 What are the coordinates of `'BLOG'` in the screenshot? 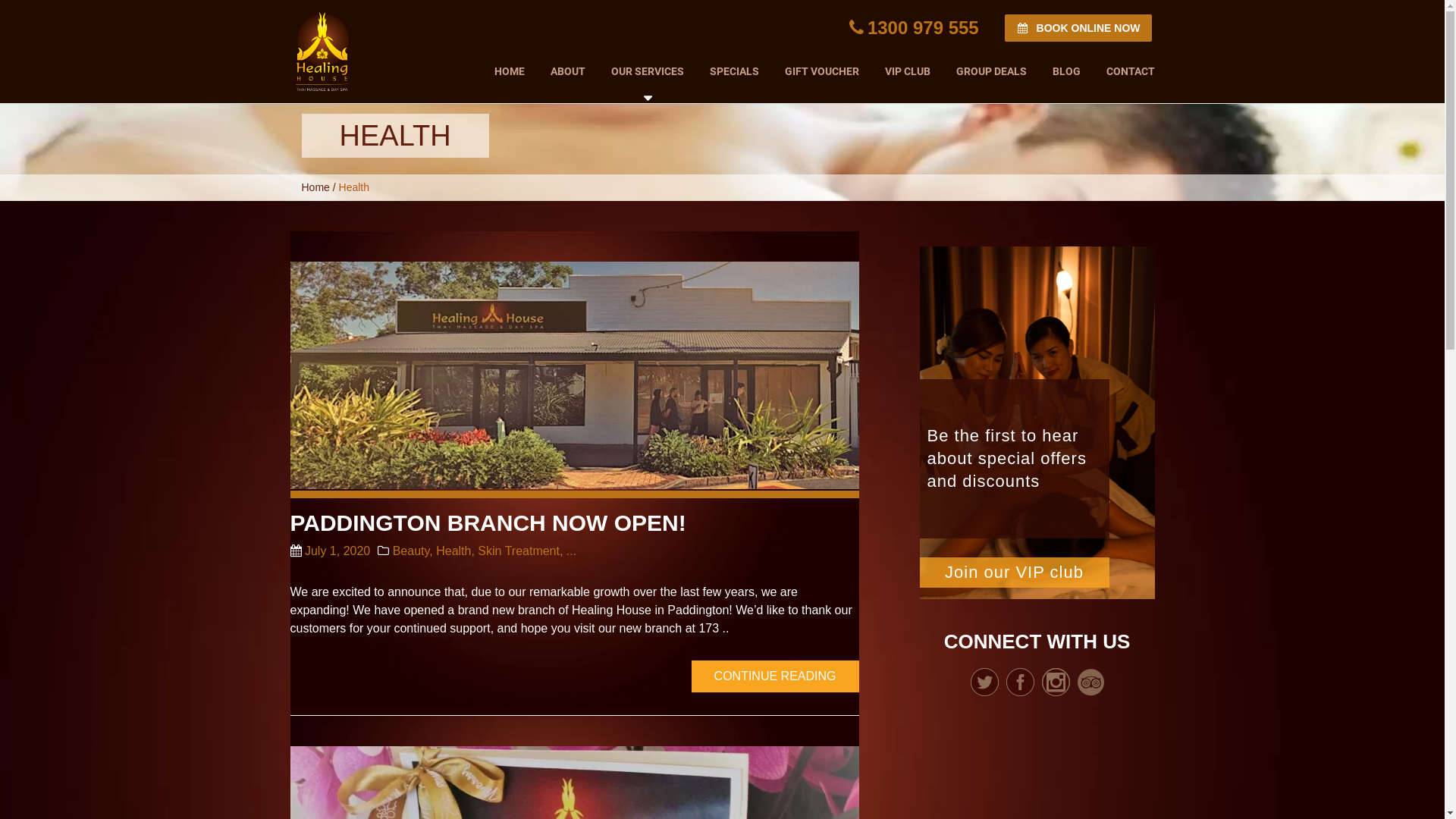 It's located at (1065, 67).